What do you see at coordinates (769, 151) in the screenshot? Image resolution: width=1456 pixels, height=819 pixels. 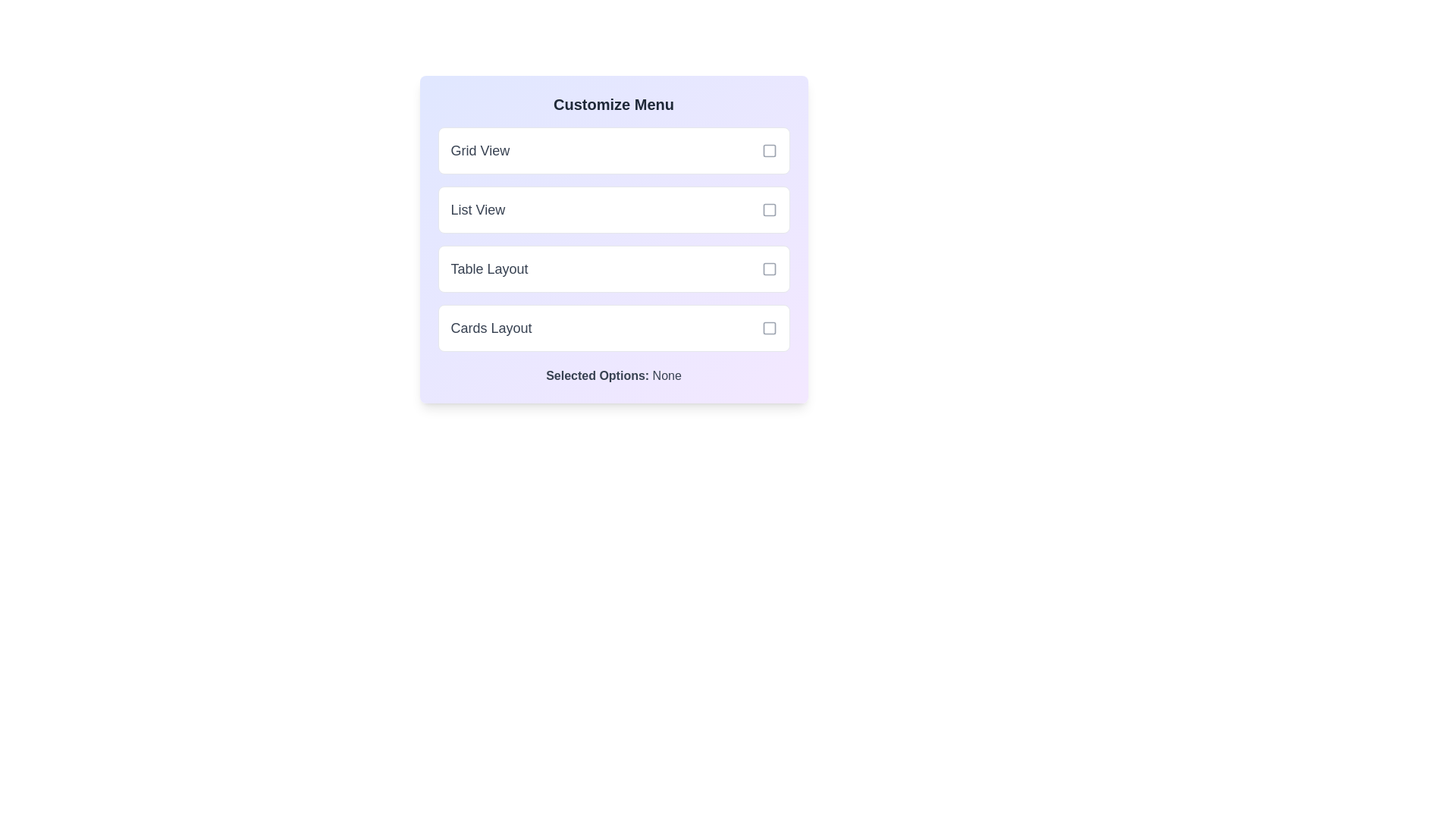 I see `the small square marker or button located in the first row of options in the 'Customize Menu' panel, next to the 'Grid View' label` at bounding box center [769, 151].